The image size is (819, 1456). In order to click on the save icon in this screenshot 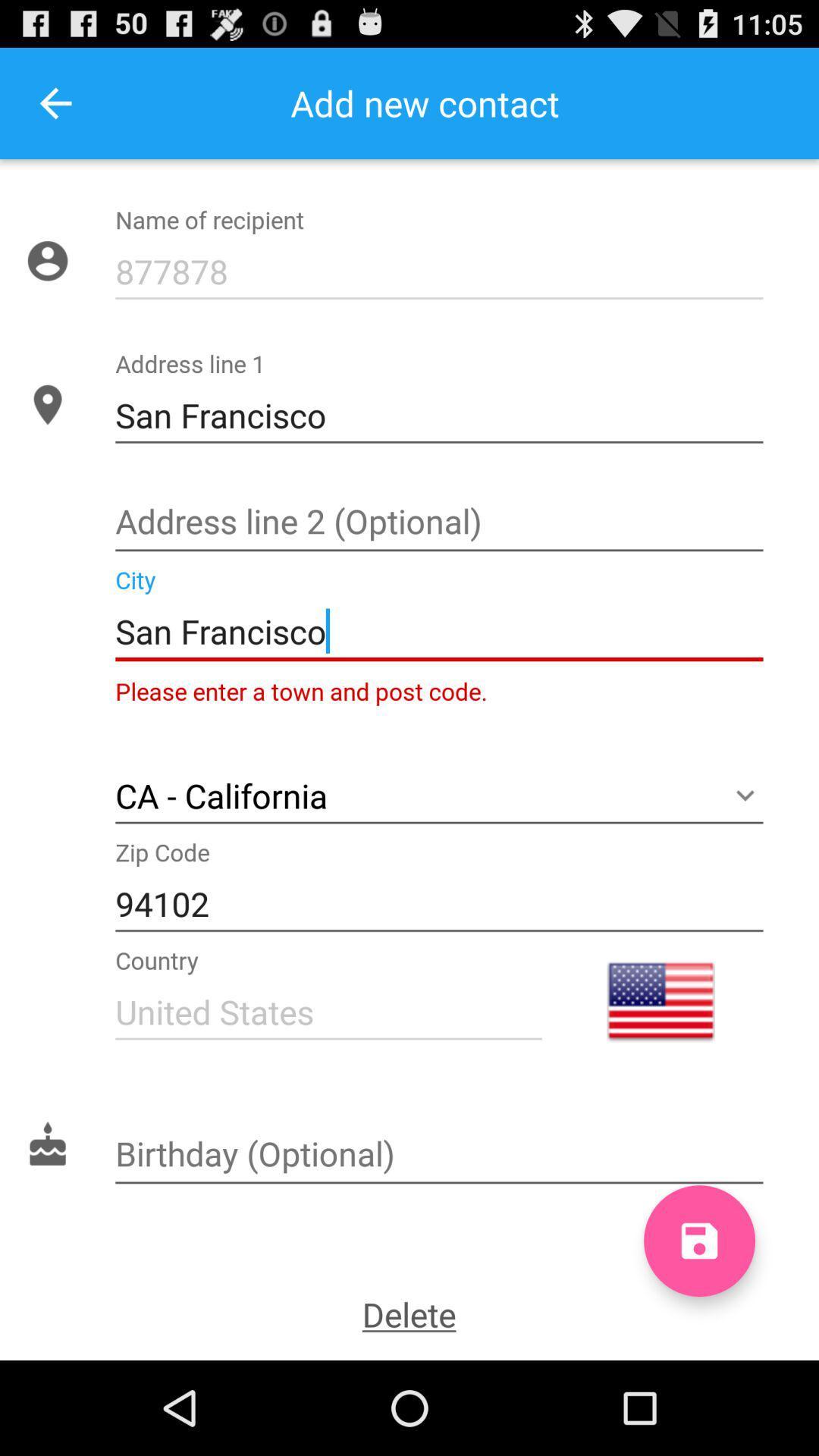, I will do `click(699, 1327)`.